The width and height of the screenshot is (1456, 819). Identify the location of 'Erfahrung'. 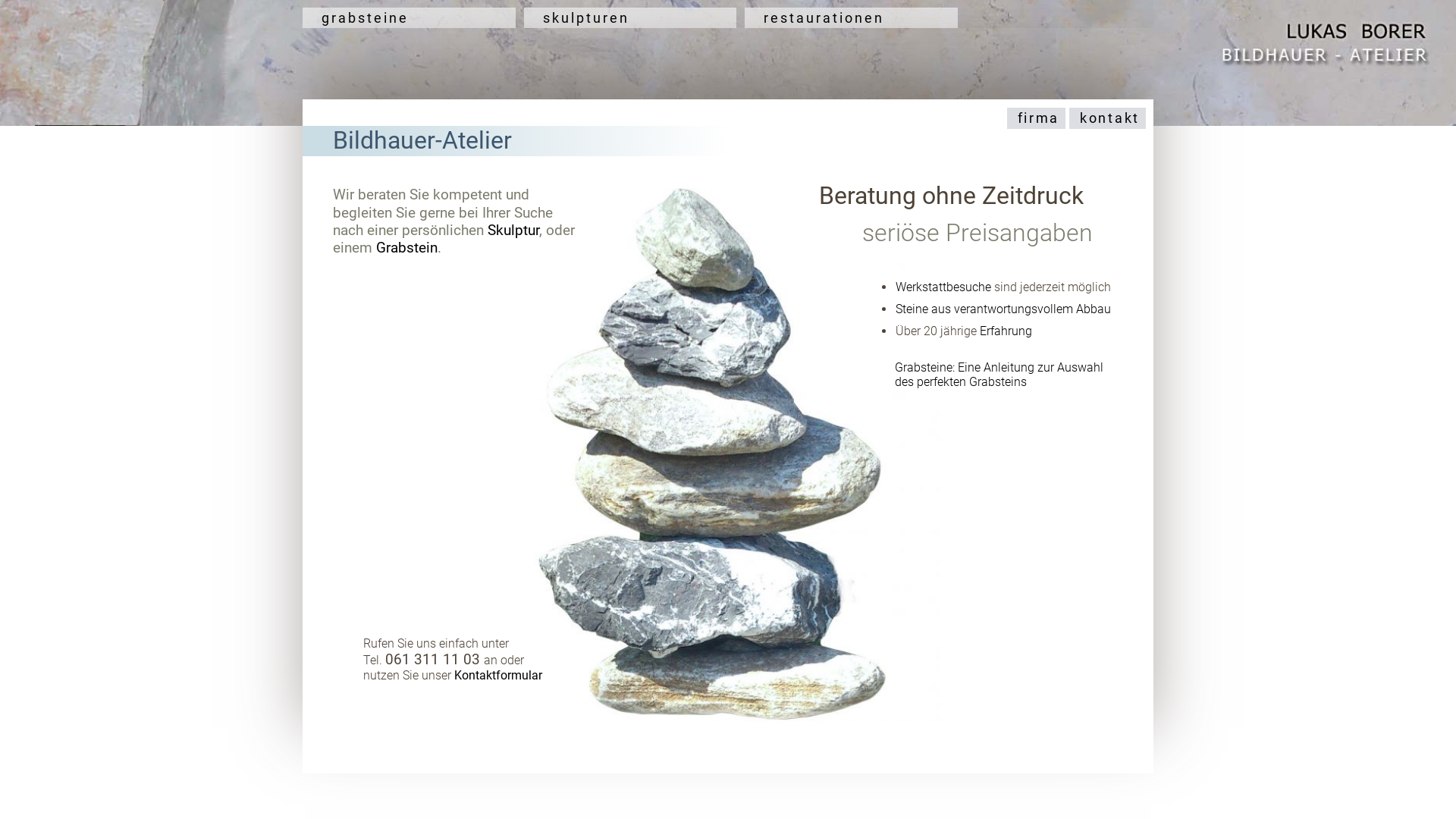
(1006, 330).